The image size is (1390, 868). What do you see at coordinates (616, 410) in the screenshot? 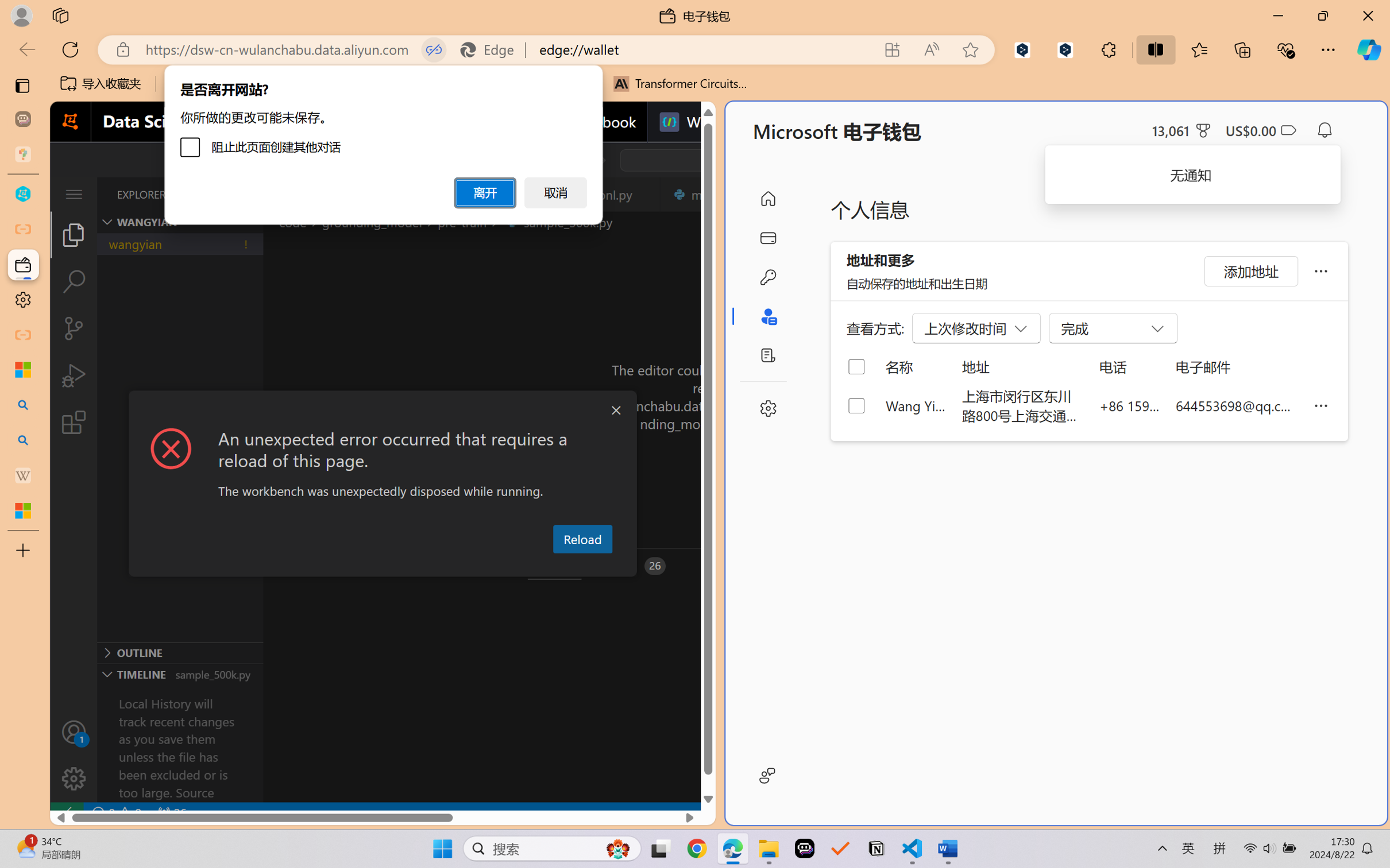
I see `'Close Dialog'` at bounding box center [616, 410].